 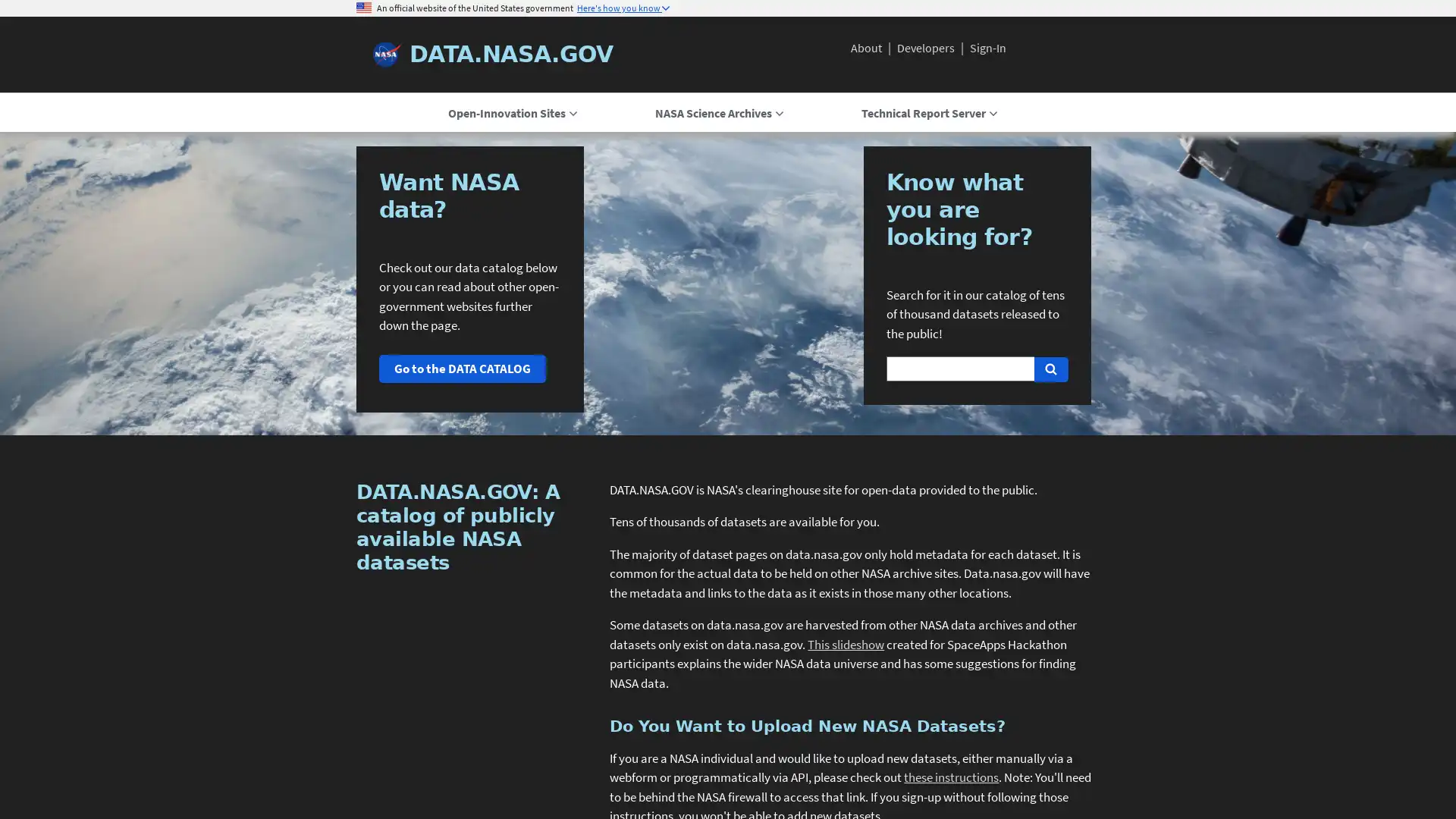 I want to click on Open-Innovation Sites, so click(x=512, y=112).